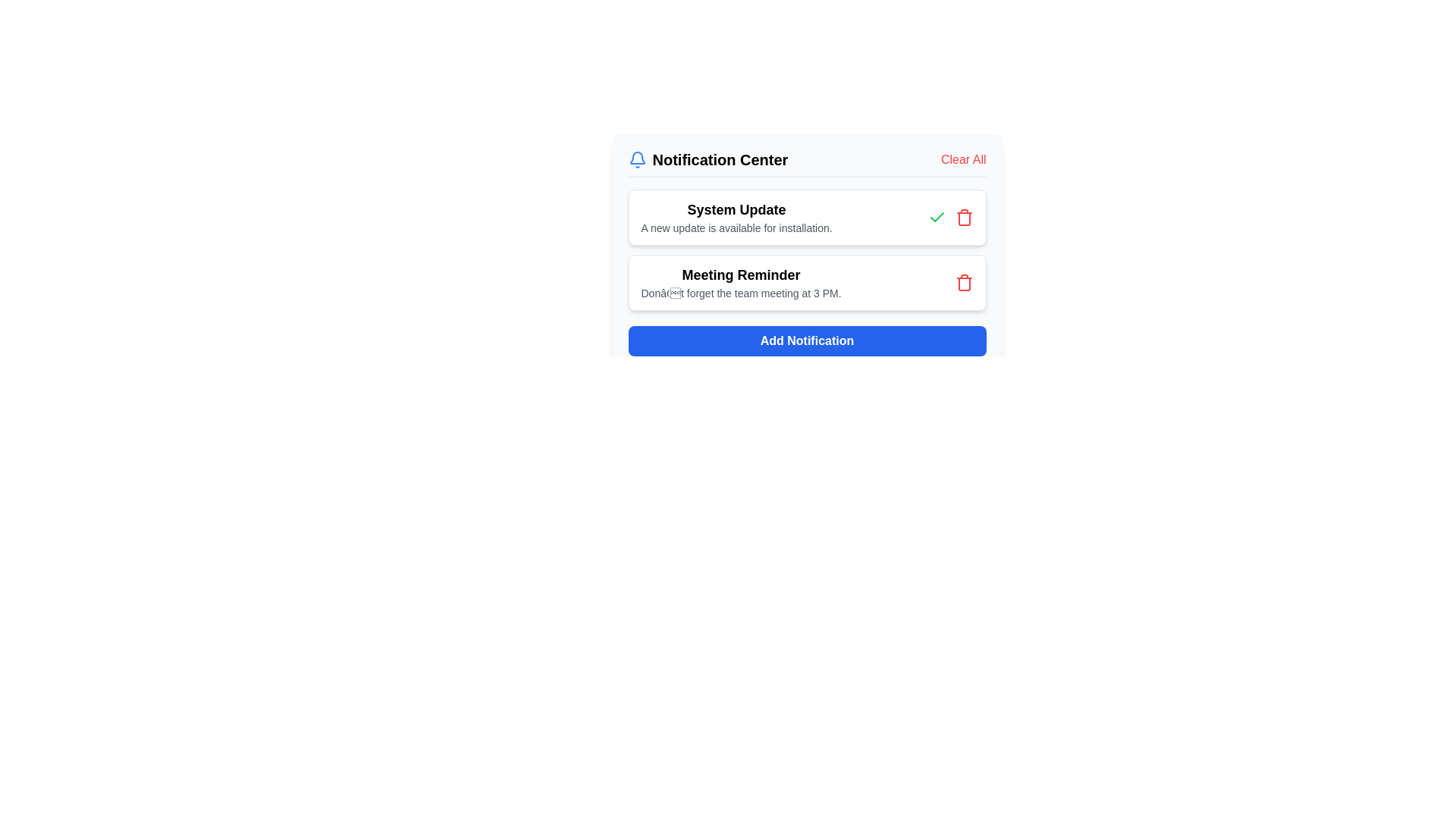 This screenshot has height=819, width=1456. I want to click on the second notification card in the Notification Center which reminds about an upcoming team meeting at 3 PM, so click(806, 283).